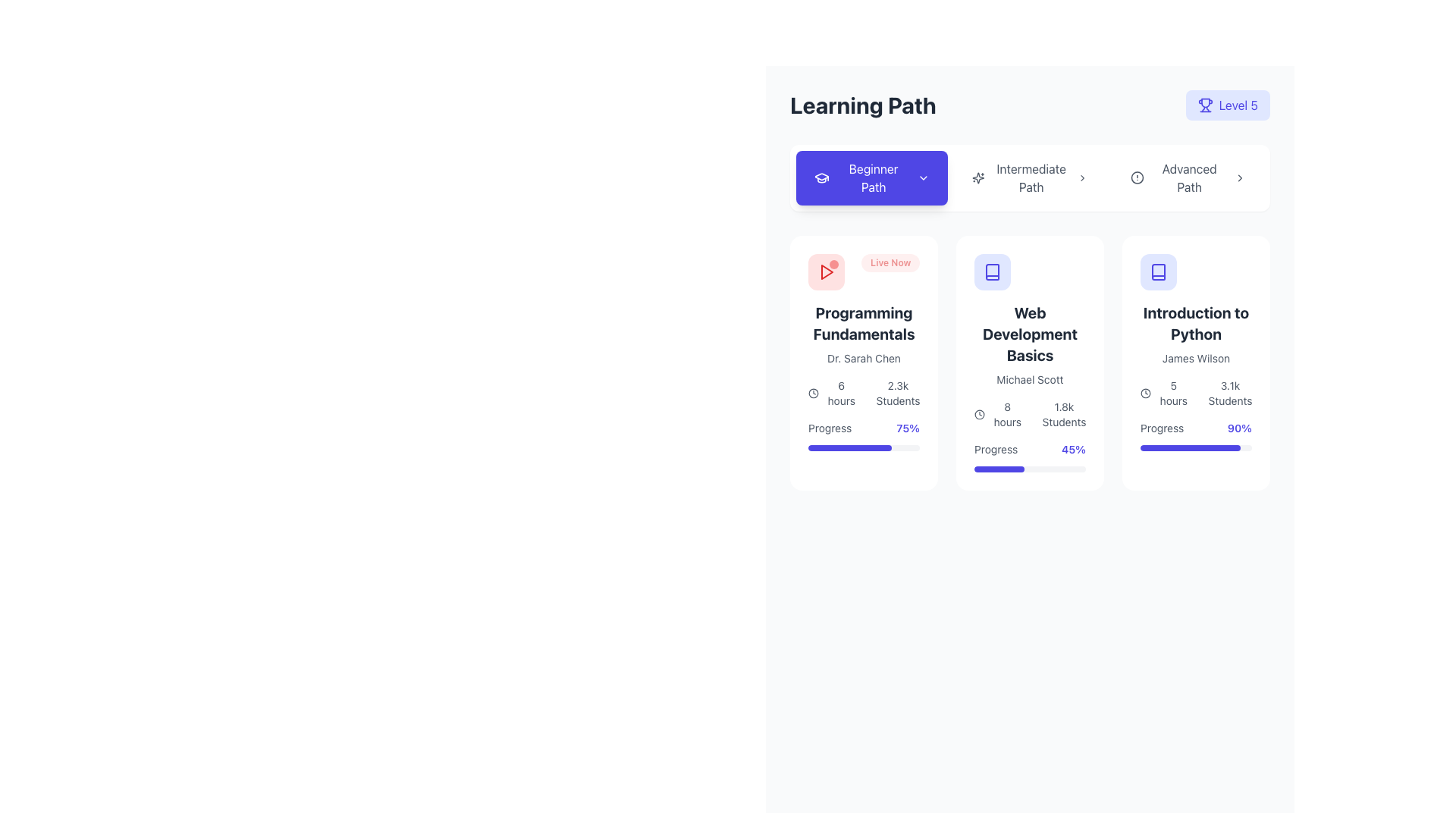 This screenshot has height=819, width=1456. I want to click on the trophy icon, which is a minimalist line drawing located in the top-right section of the interface, near the 'Level 5' label, so click(1204, 102).